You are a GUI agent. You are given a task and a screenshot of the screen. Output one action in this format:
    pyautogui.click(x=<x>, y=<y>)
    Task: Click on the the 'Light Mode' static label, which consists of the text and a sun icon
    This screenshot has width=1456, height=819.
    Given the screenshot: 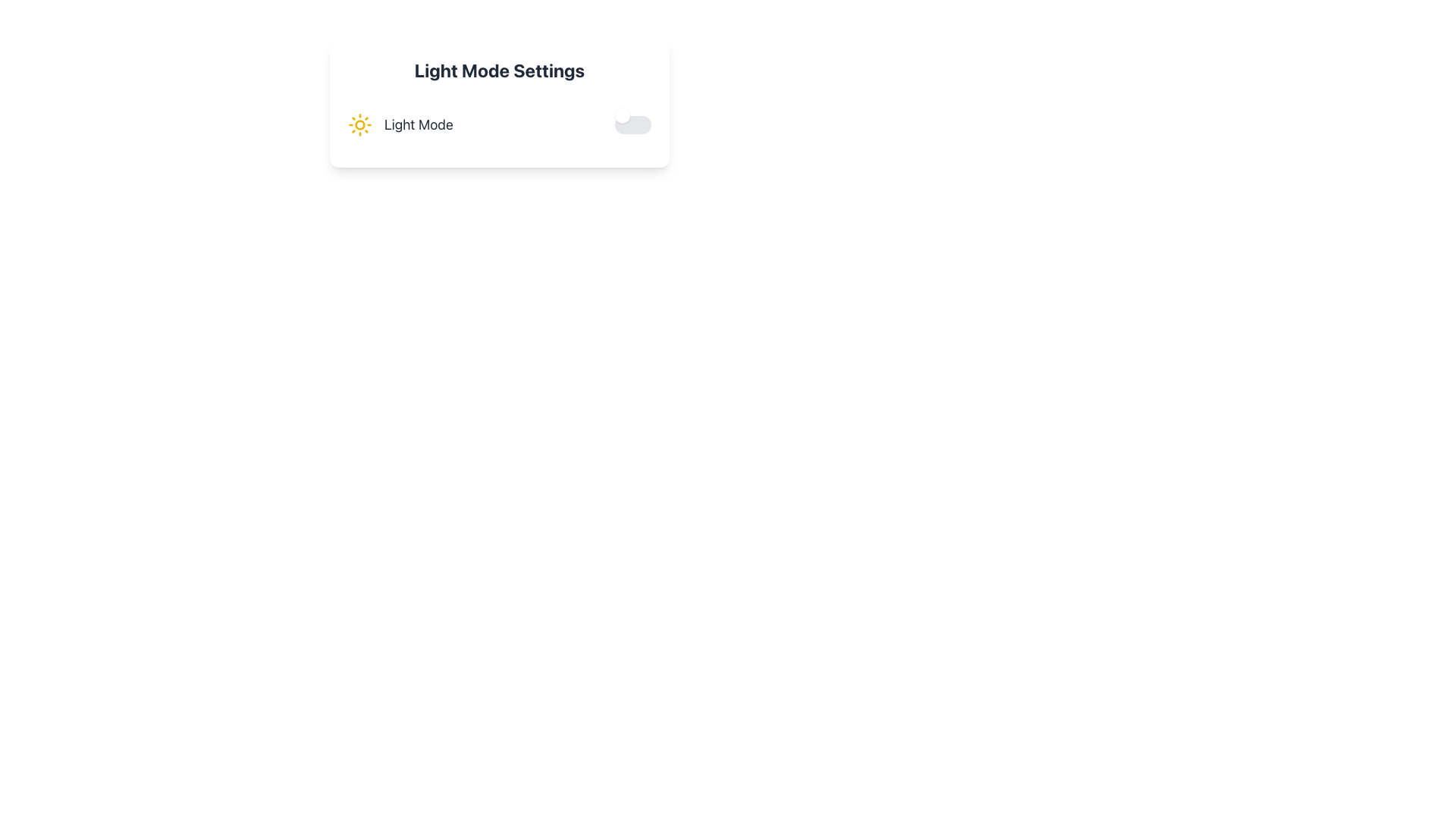 What is the action you would take?
    pyautogui.click(x=400, y=124)
    